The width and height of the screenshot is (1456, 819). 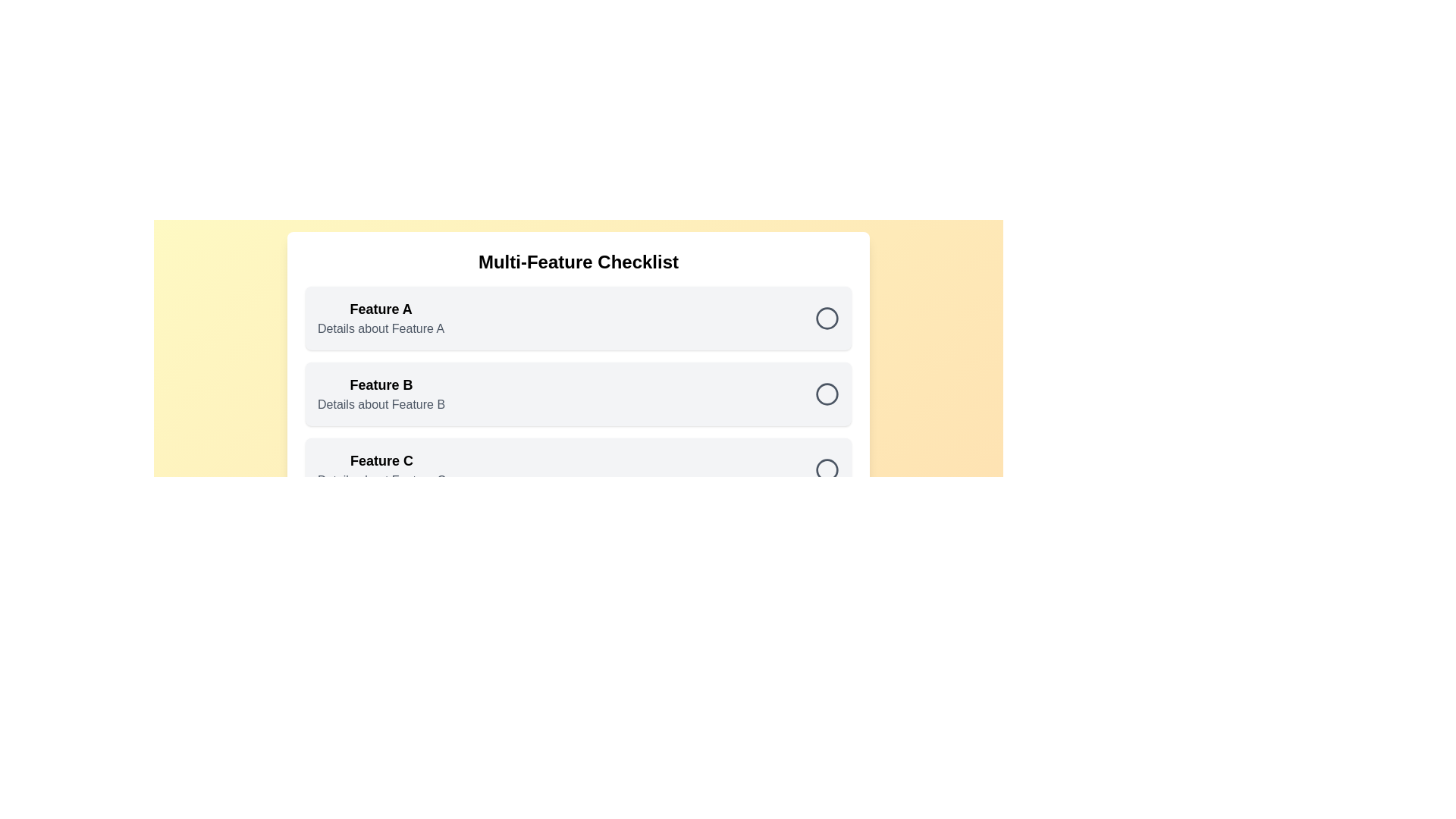 What do you see at coordinates (578, 394) in the screenshot?
I see `the checklist item corresponding to Feature B` at bounding box center [578, 394].